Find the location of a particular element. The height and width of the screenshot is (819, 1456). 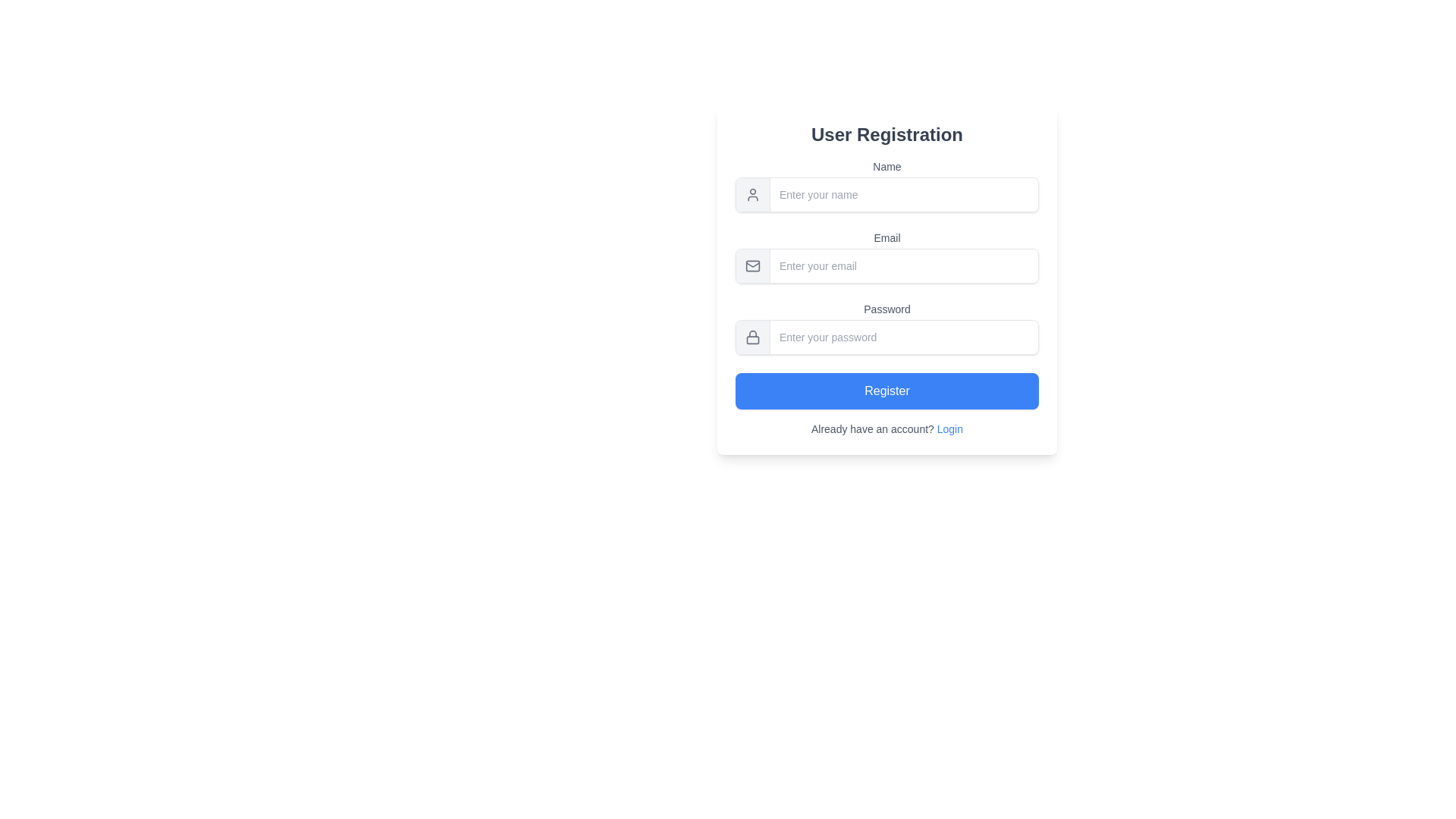

the hyperlink text 'Login' in the registration form that prompts users to log in if they already have an account is located at coordinates (887, 429).